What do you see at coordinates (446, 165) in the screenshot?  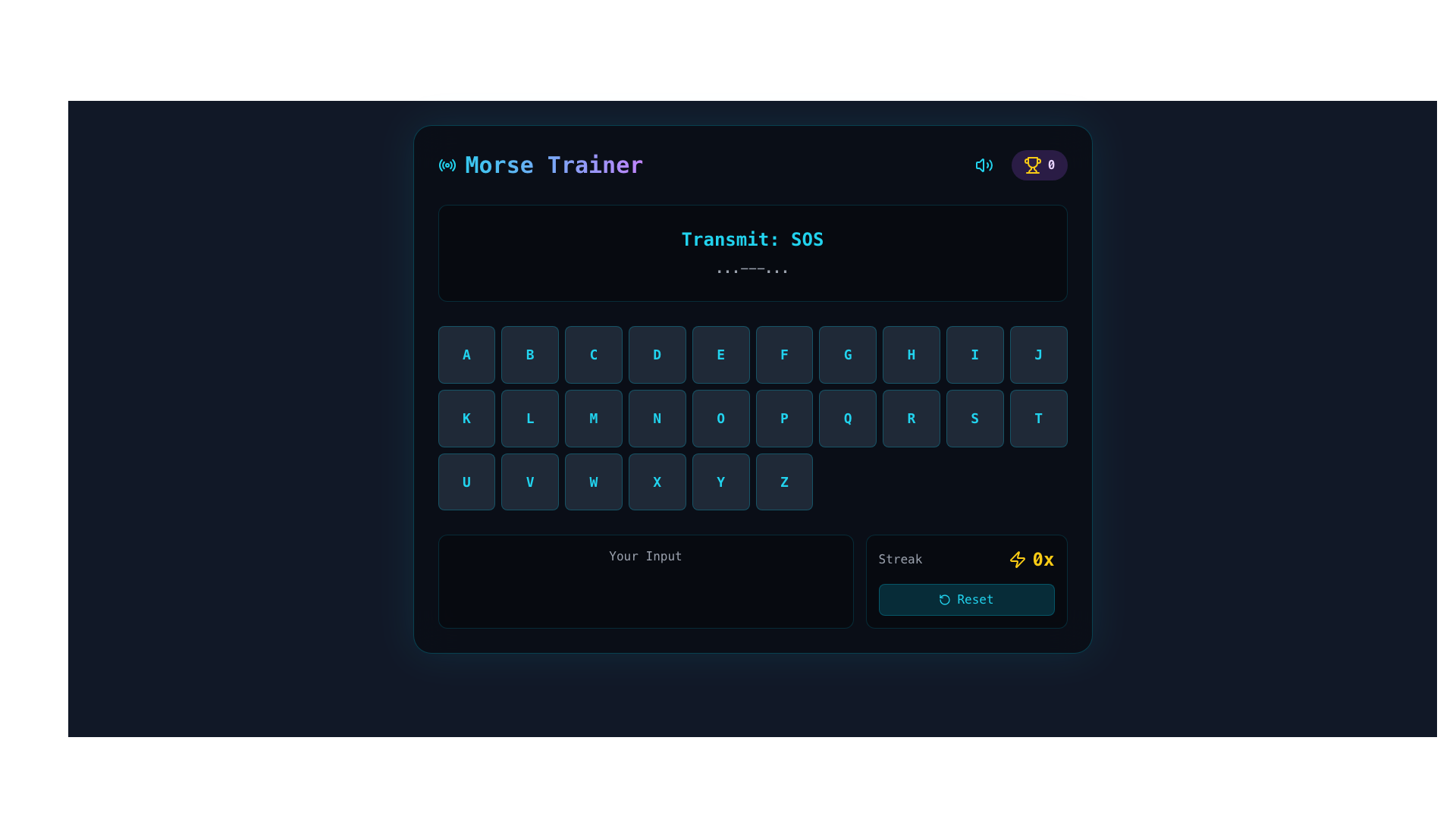 I see `the icon depicting radio waves or signal beams, which is located to the immediate left of the text label 'Morse Trainer'` at bounding box center [446, 165].